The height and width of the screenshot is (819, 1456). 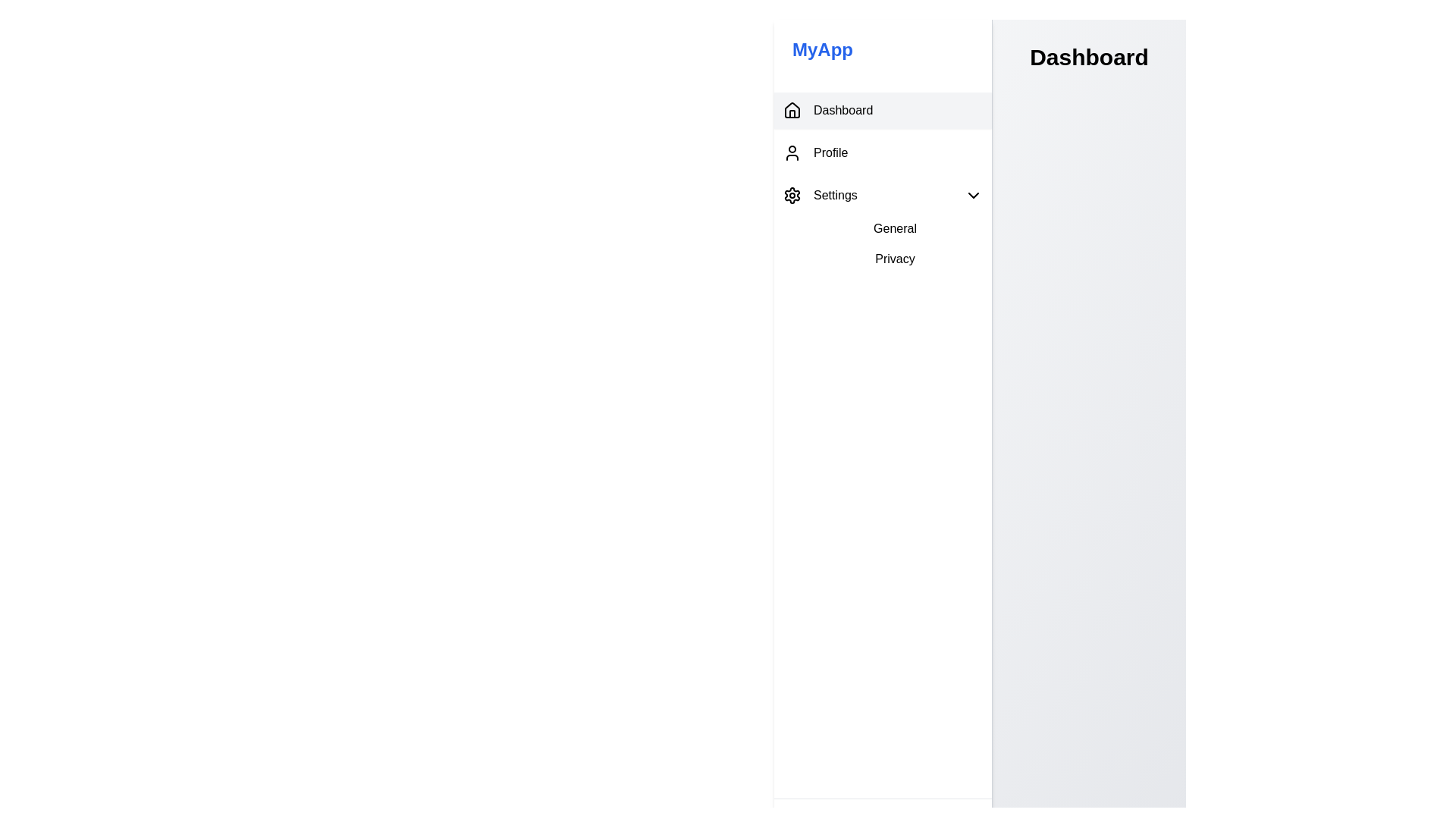 I want to click on the 'Dashboard' text label element, which is prominently styled in bold with a large font-size, located in the top-right region of the interface, so click(x=1088, y=57).